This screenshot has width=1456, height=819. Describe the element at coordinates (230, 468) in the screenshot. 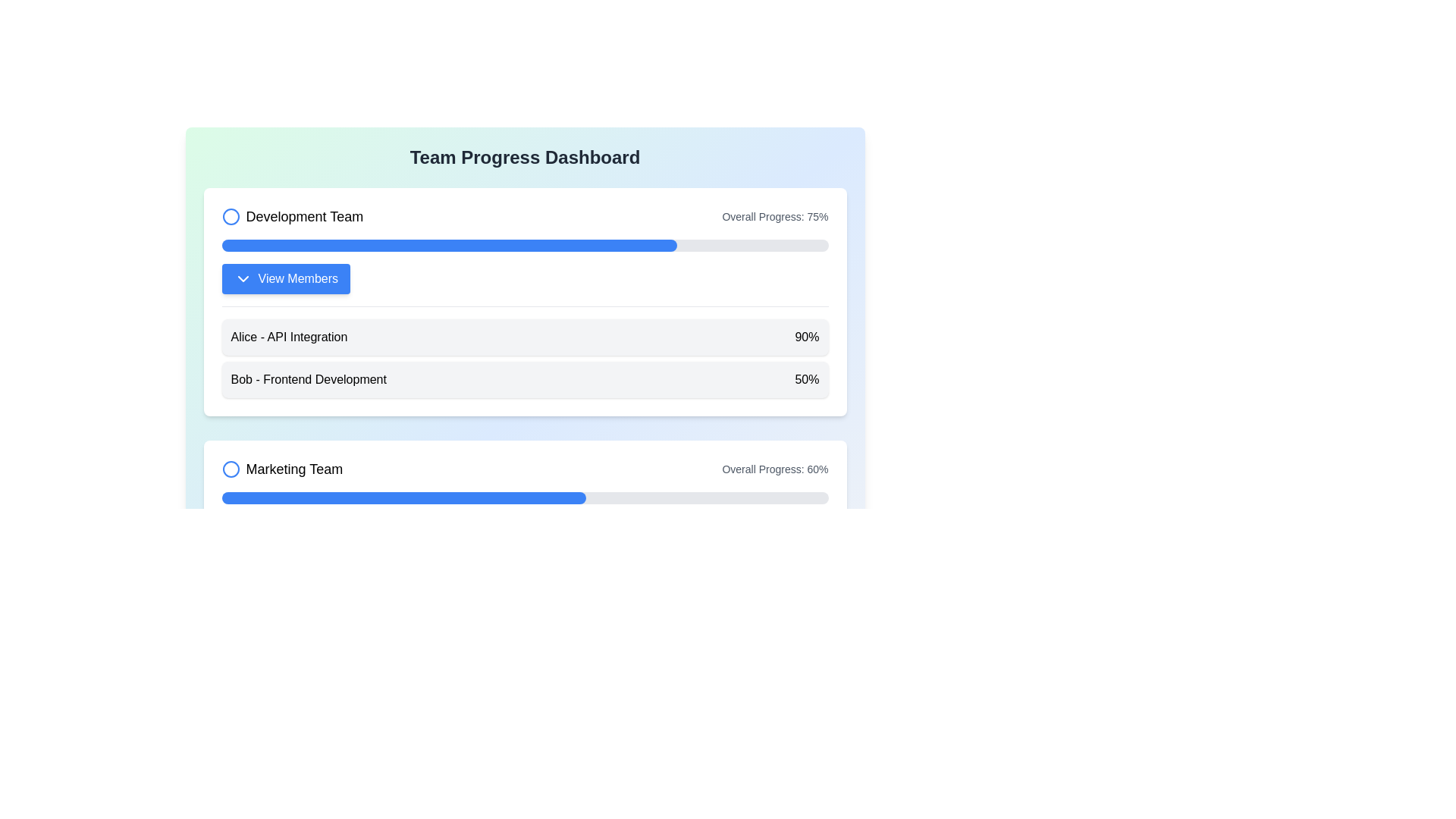

I see `the circular icon indicating the 'Marketing Team' section, which is located to the immediate left of the text 'Marketing Team' within the second team section` at that location.